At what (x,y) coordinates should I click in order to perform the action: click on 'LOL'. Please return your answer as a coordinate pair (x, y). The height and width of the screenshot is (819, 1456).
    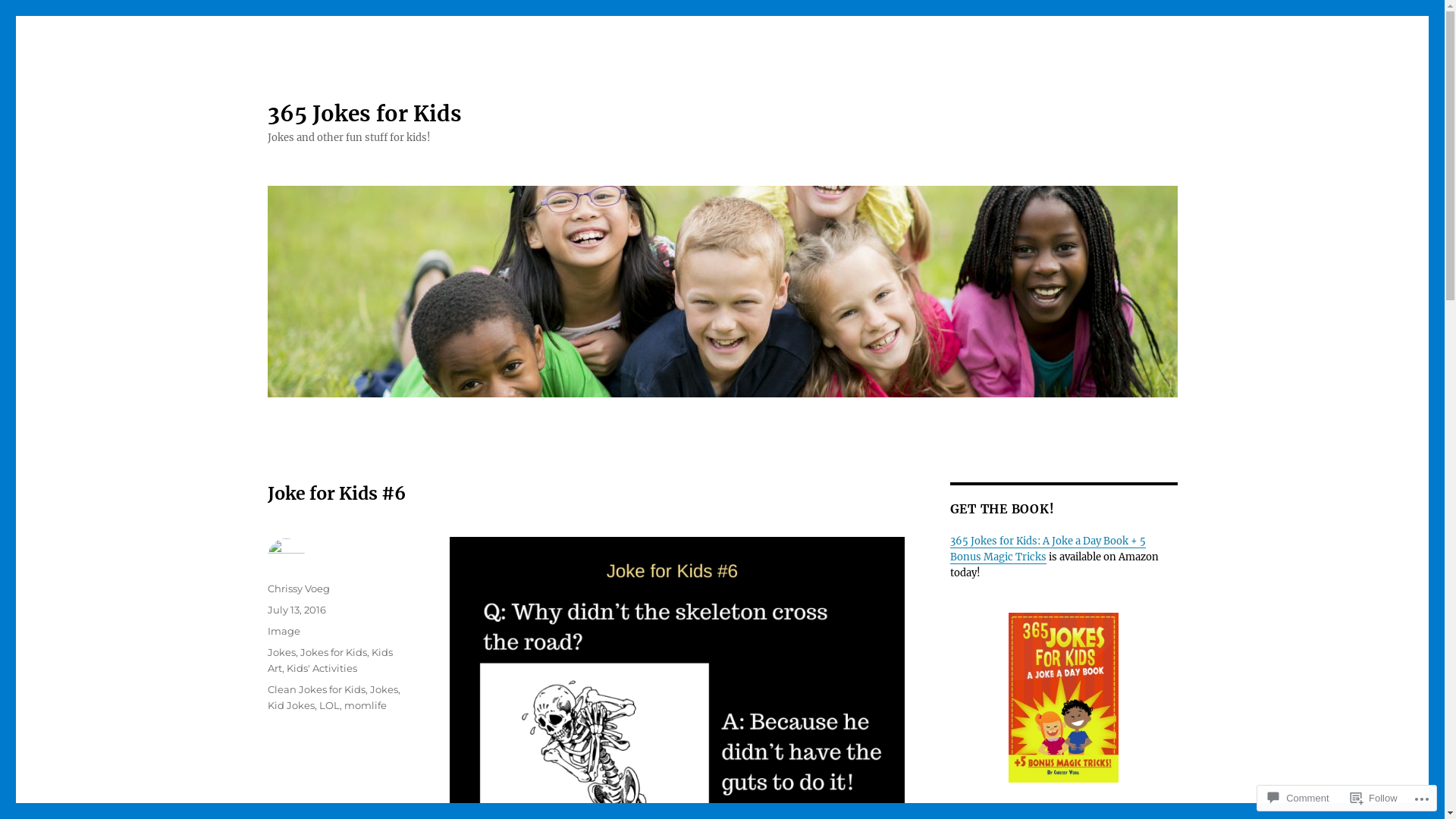
    Looking at the image, I should click on (328, 704).